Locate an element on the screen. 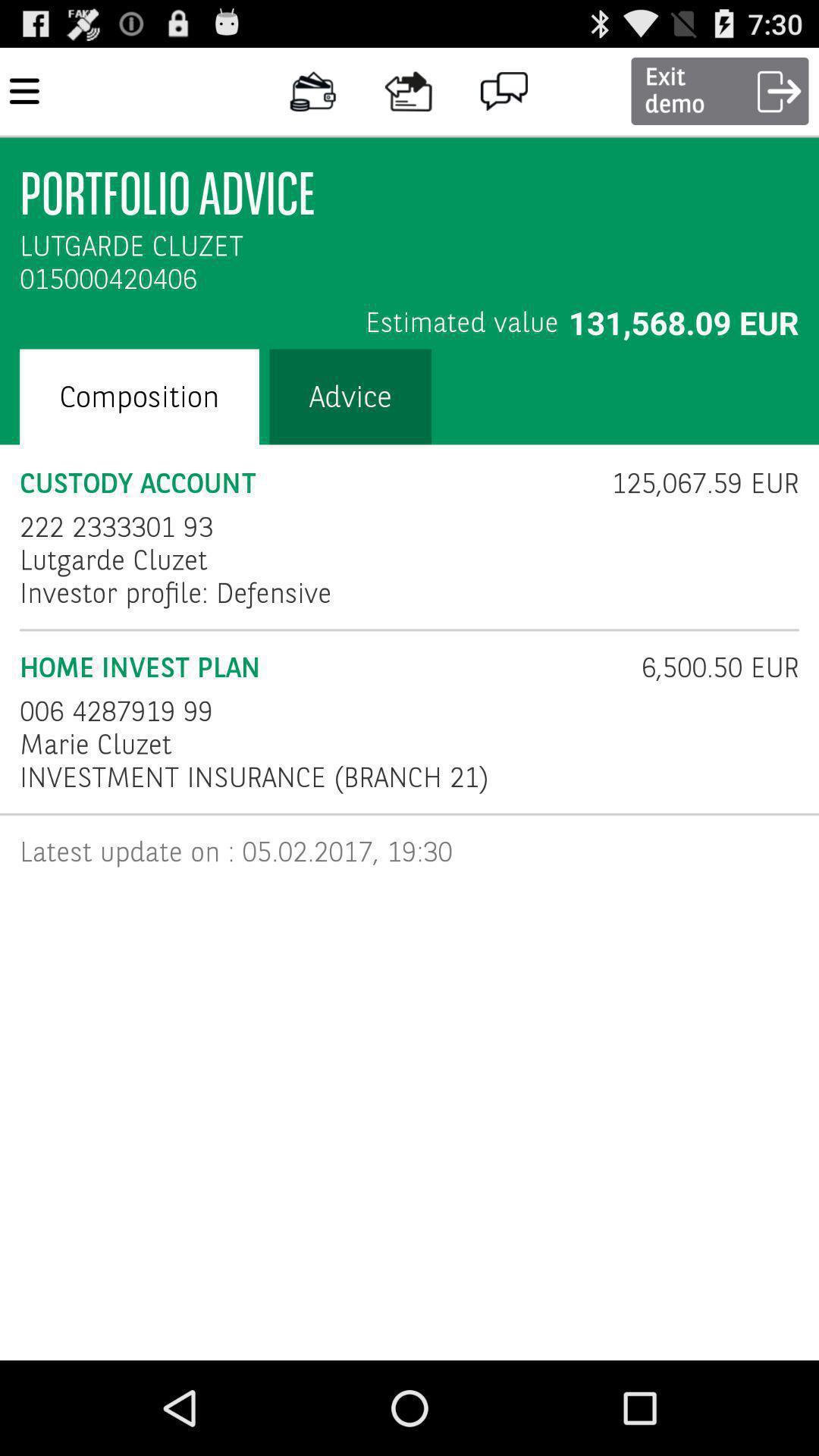 Image resolution: width=819 pixels, height=1456 pixels. the marie cluzet item is located at coordinates (96, 744).